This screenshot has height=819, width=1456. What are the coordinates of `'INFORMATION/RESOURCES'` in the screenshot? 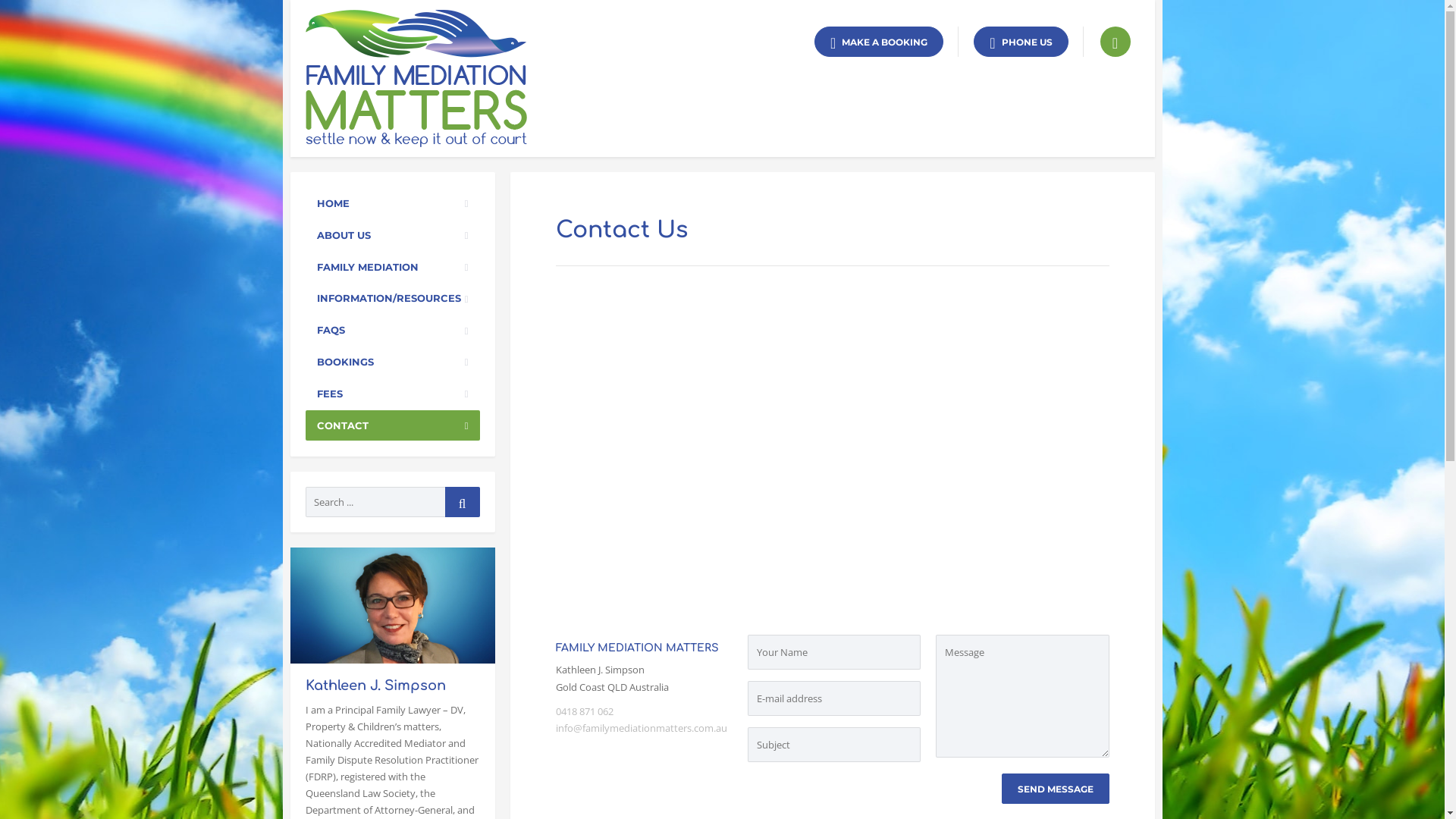 It's located at (304, 298).